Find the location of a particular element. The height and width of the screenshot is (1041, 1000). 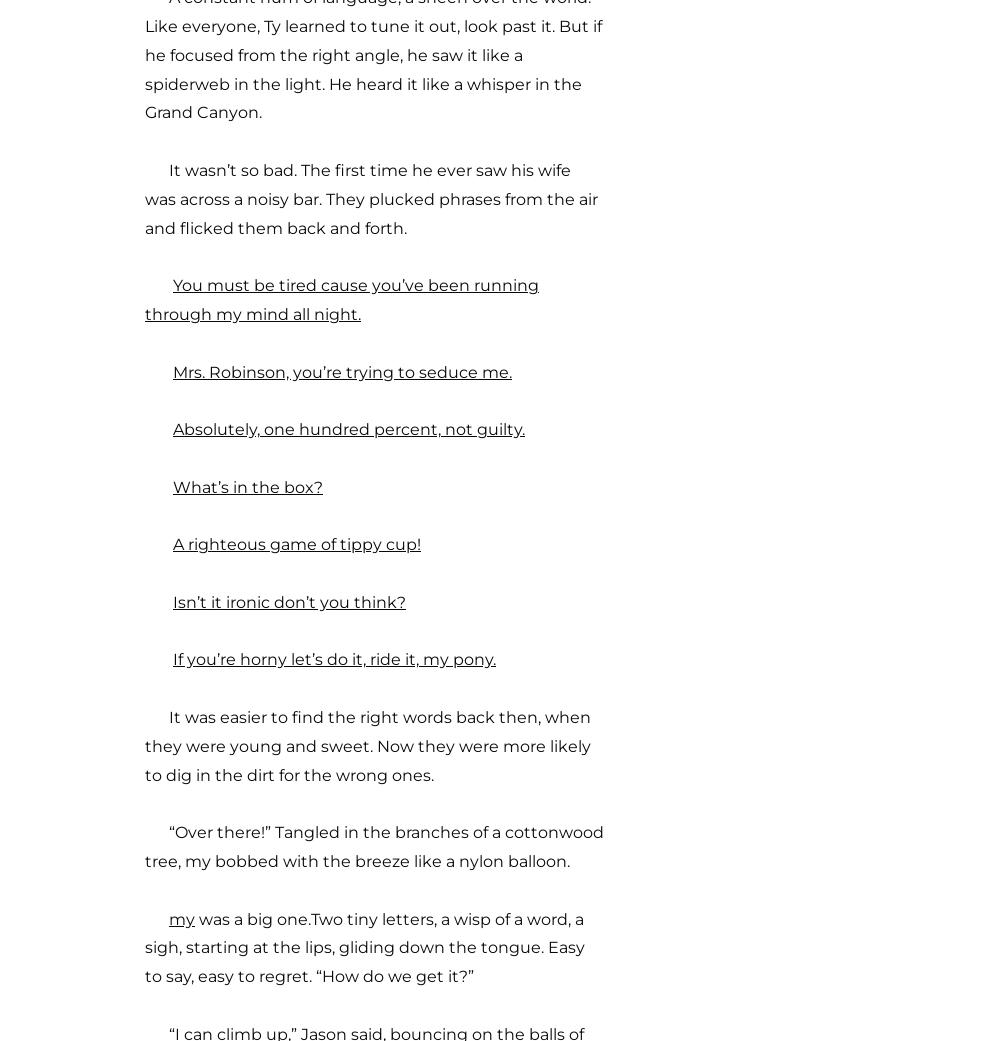

'my' is located at coordinates (182, 917).